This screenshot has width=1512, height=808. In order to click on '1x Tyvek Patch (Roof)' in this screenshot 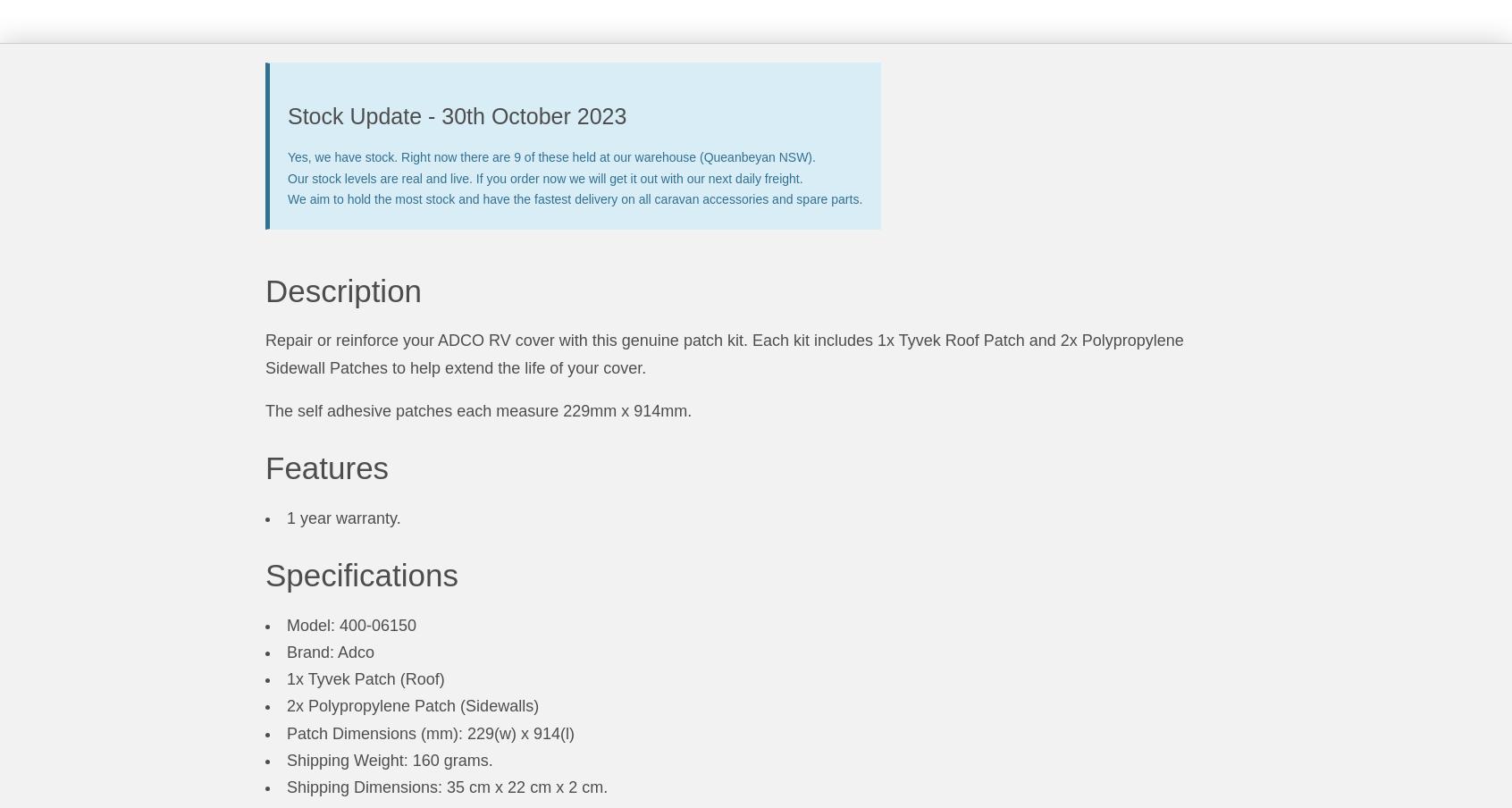, I will do `click(285, 678)`.